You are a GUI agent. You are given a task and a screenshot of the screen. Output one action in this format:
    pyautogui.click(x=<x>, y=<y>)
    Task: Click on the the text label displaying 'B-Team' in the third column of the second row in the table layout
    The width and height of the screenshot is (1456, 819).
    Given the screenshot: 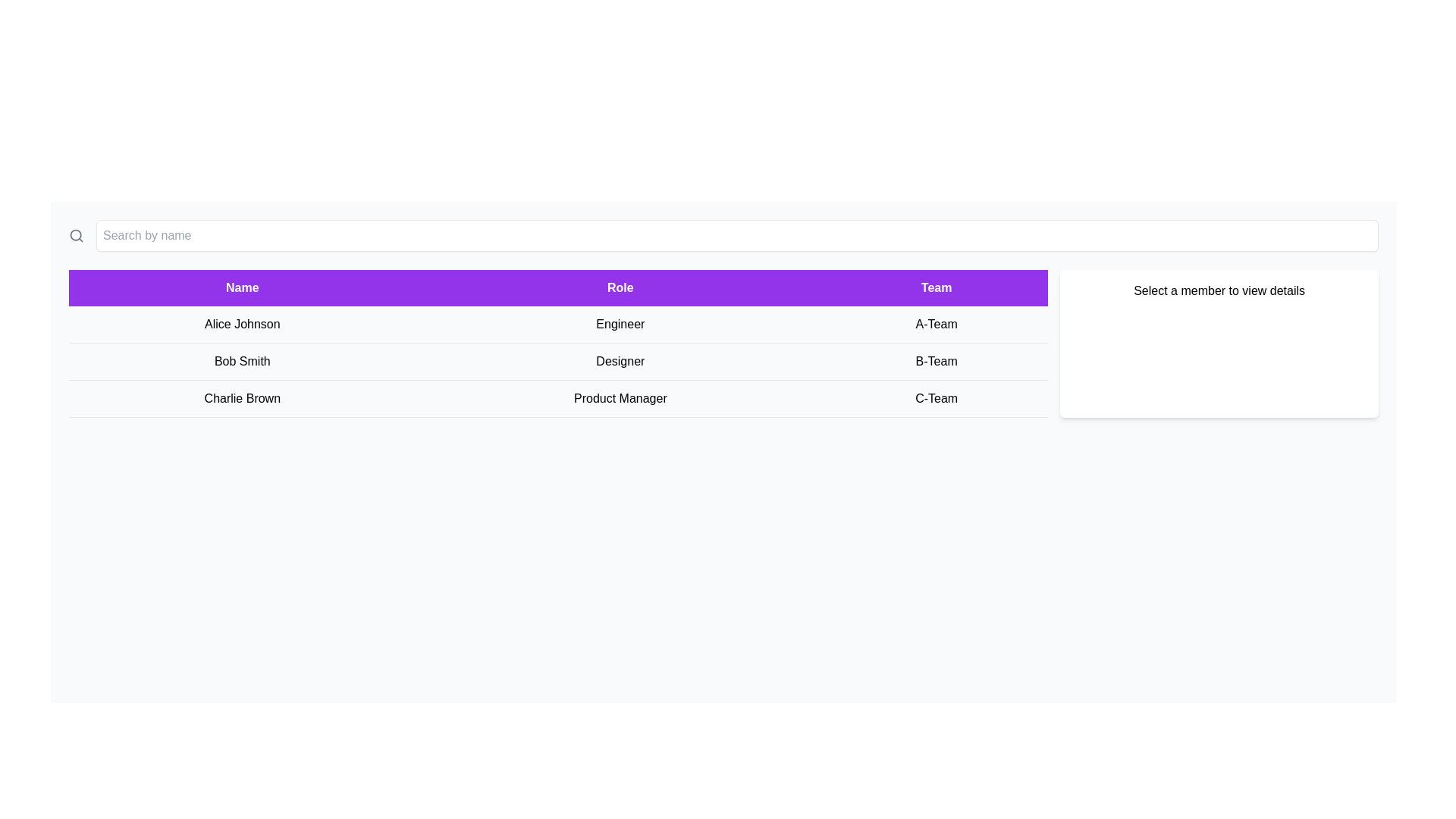 What is the action you would take?
    pyautogui.click(x=936, y=362)
    